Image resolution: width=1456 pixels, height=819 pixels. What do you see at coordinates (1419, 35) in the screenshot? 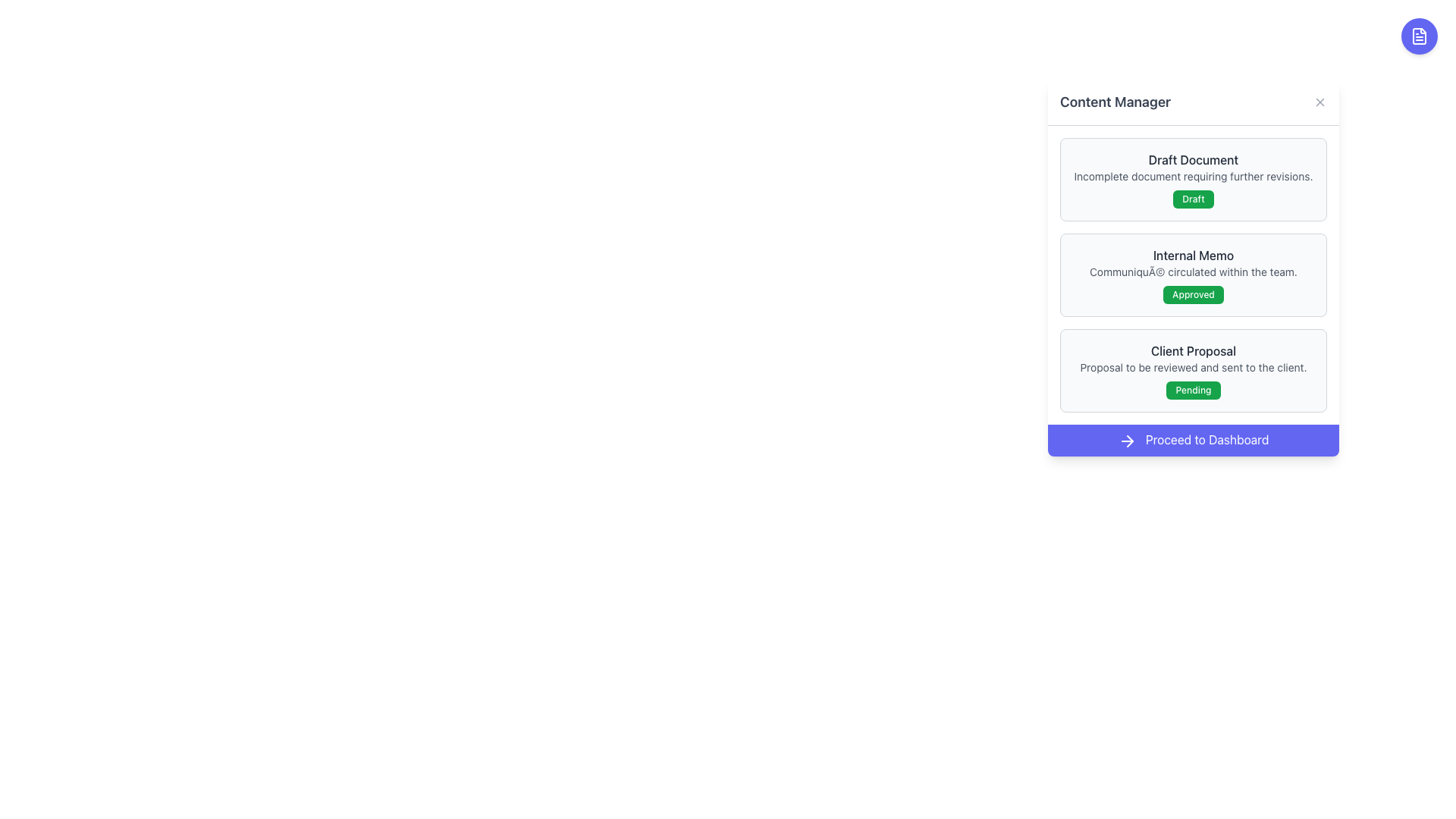
I see `the document or file icon located in the top-right corner of the interface, which is part of a circular button with a purple background and white iconography` at bounding box center [1419, 35].